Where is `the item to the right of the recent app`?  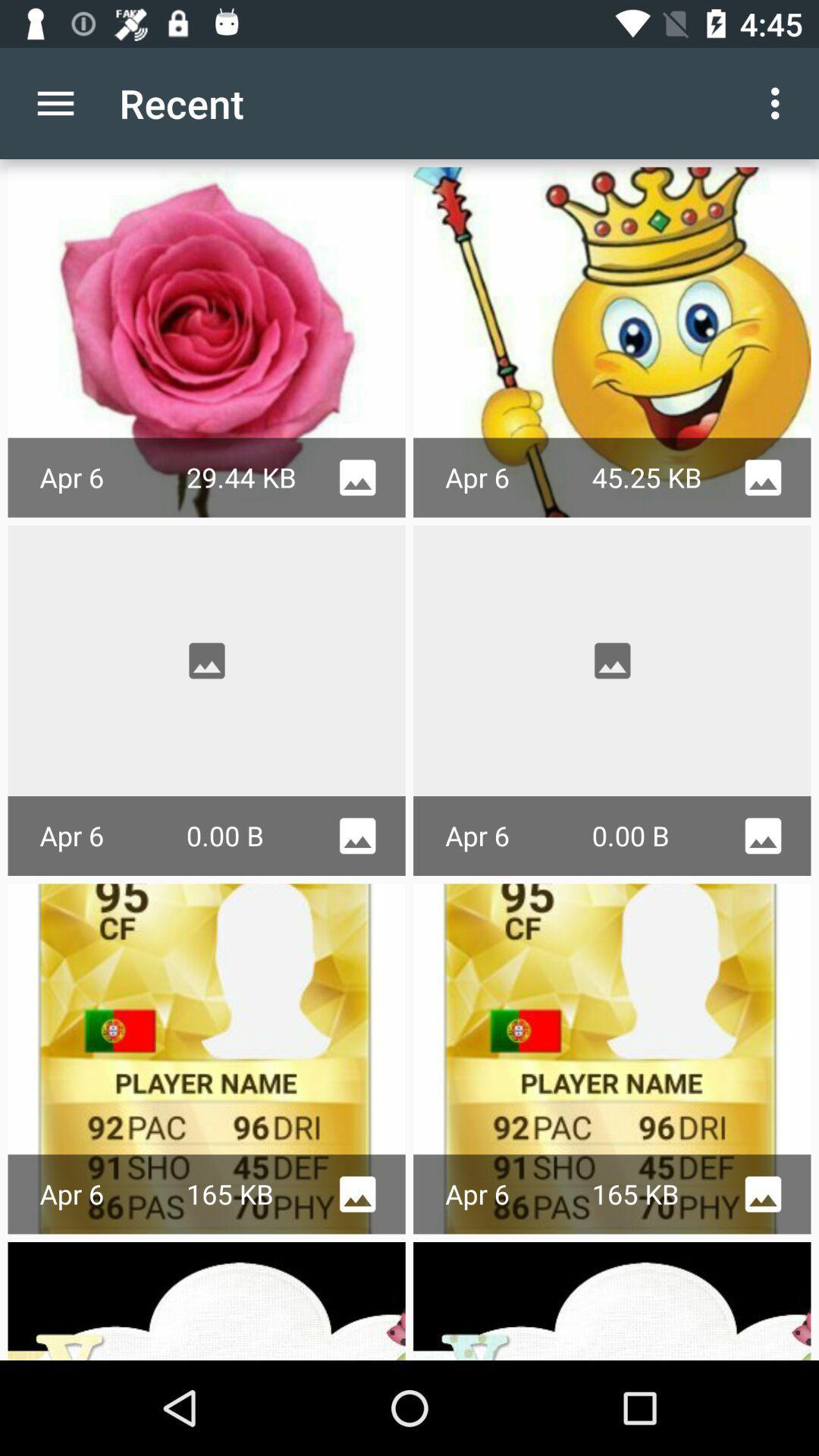 the item to the right of the recent app is located at coordinates (779, 102).